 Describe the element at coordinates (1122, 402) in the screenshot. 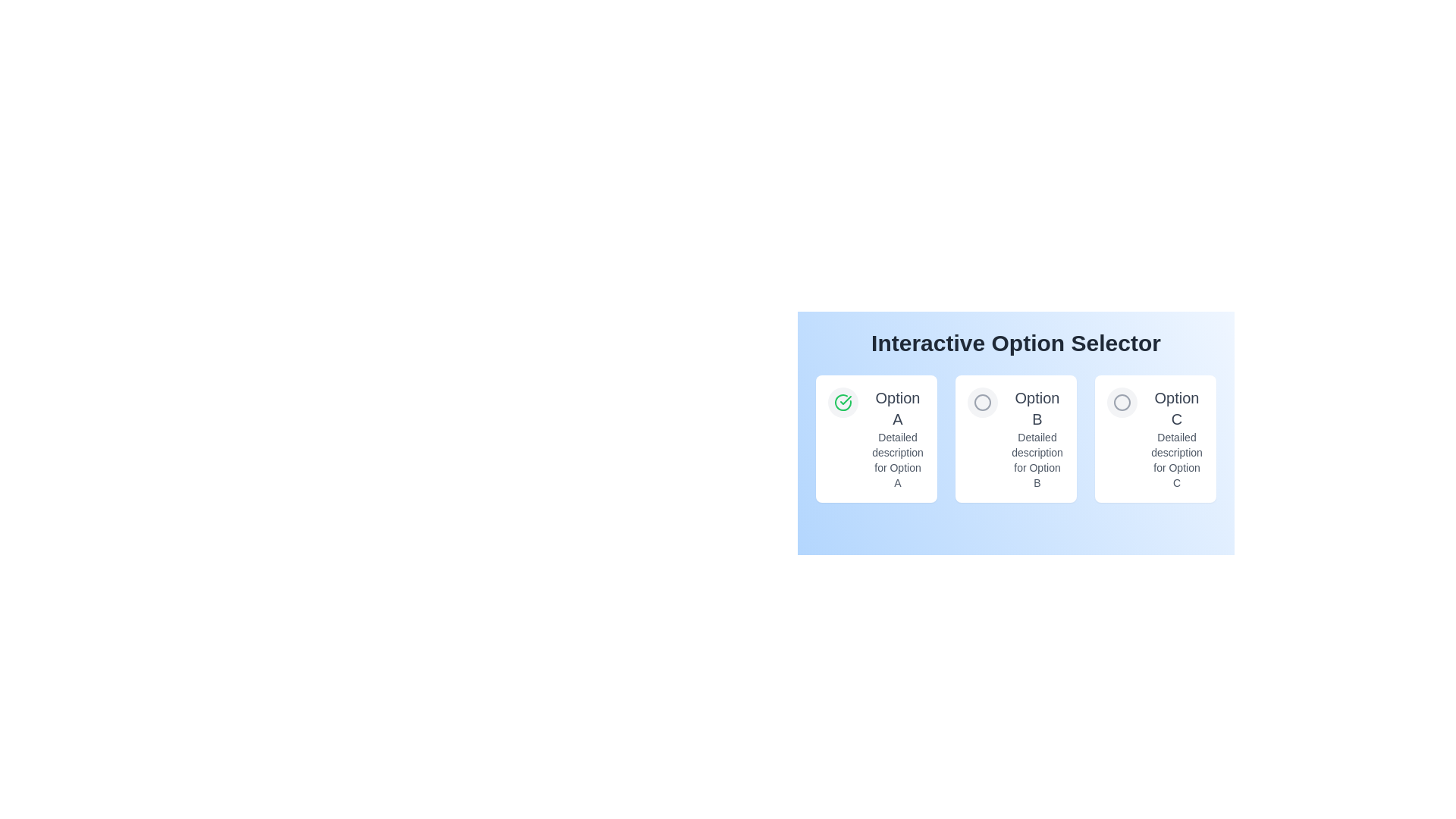

I see `the radio button for 'Option C', which is centered in the third card of the 'Interactive Option Selector' section, to provide visual feedback` at that location.